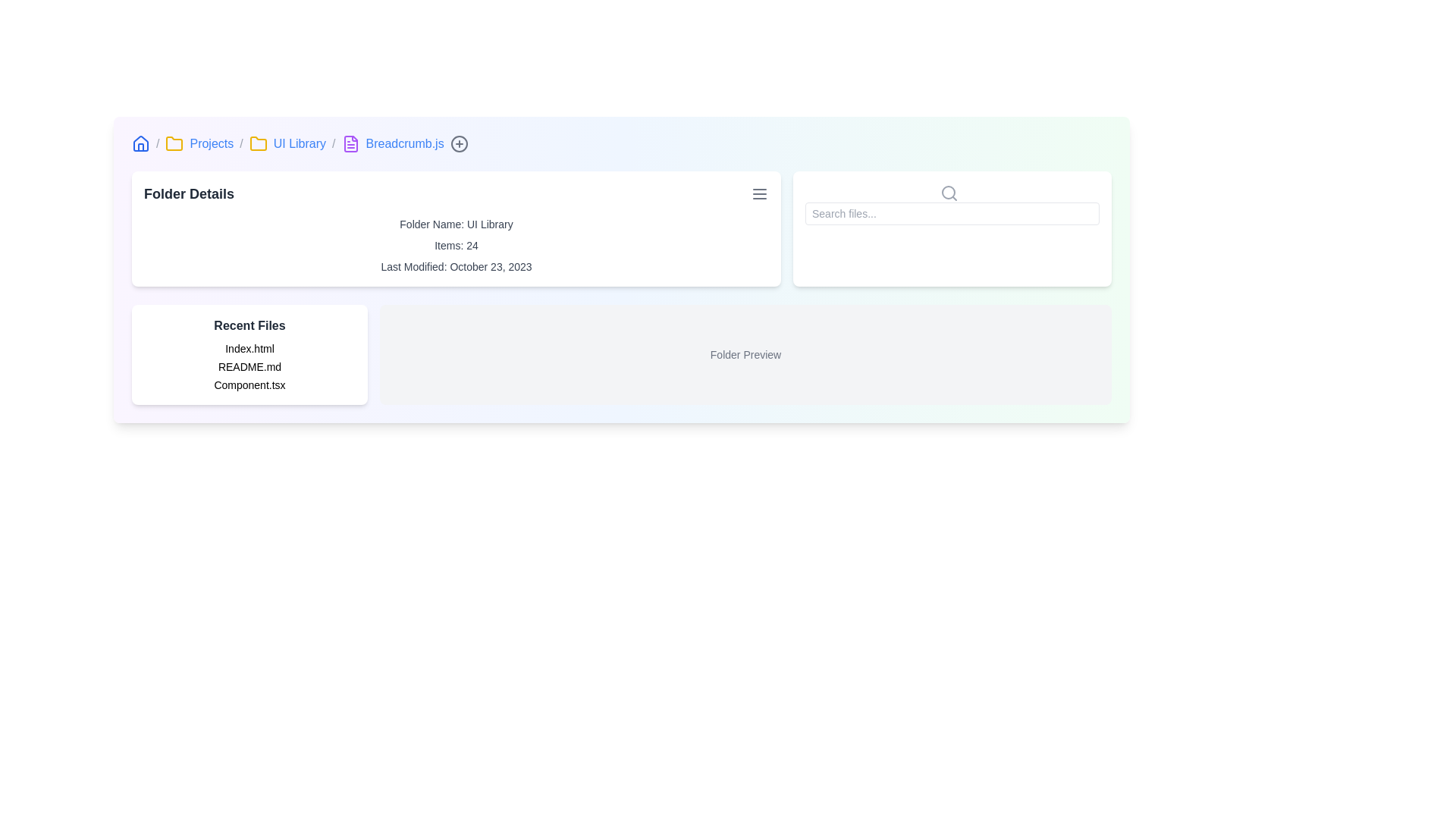  What do you see at coordinates (141, 143) in the screenshot?
I see `the home button SVG icon located at the top-left corner of the breadcrumb navigation bar` at bounding box center [141, 143].